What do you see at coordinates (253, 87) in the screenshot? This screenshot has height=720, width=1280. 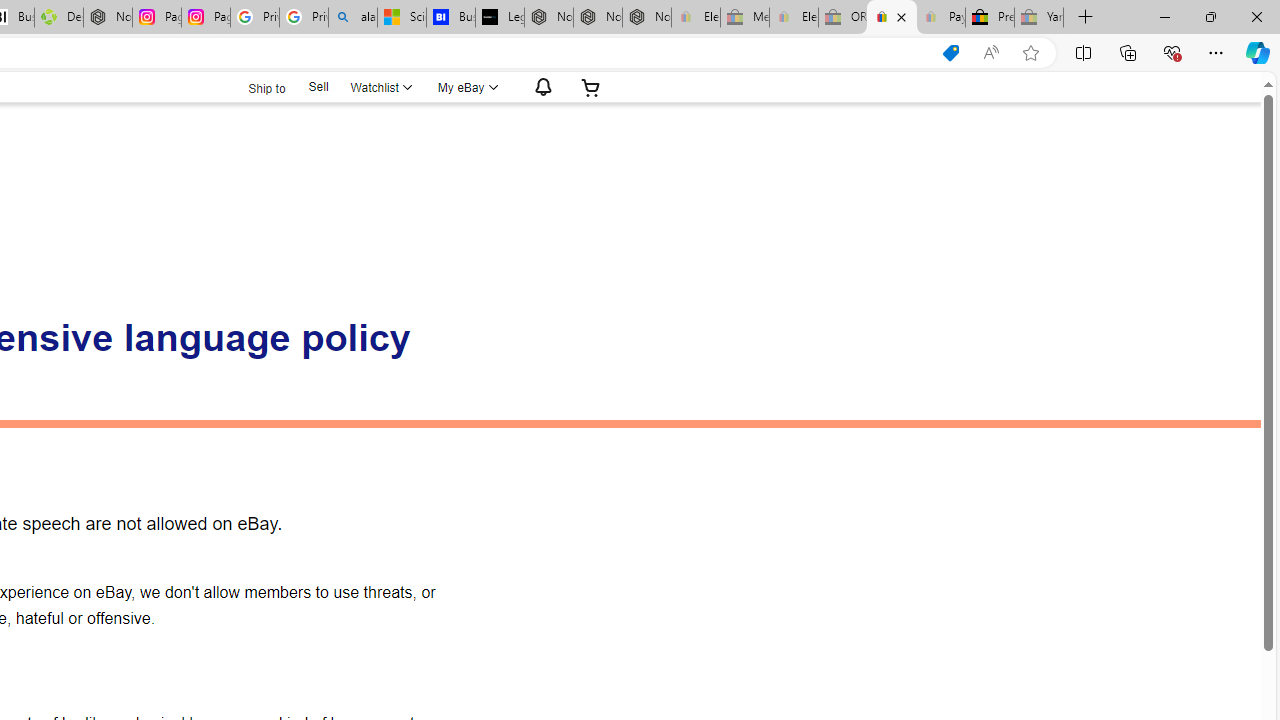 I see `'Ship to'` at bounding box center [253, 87].